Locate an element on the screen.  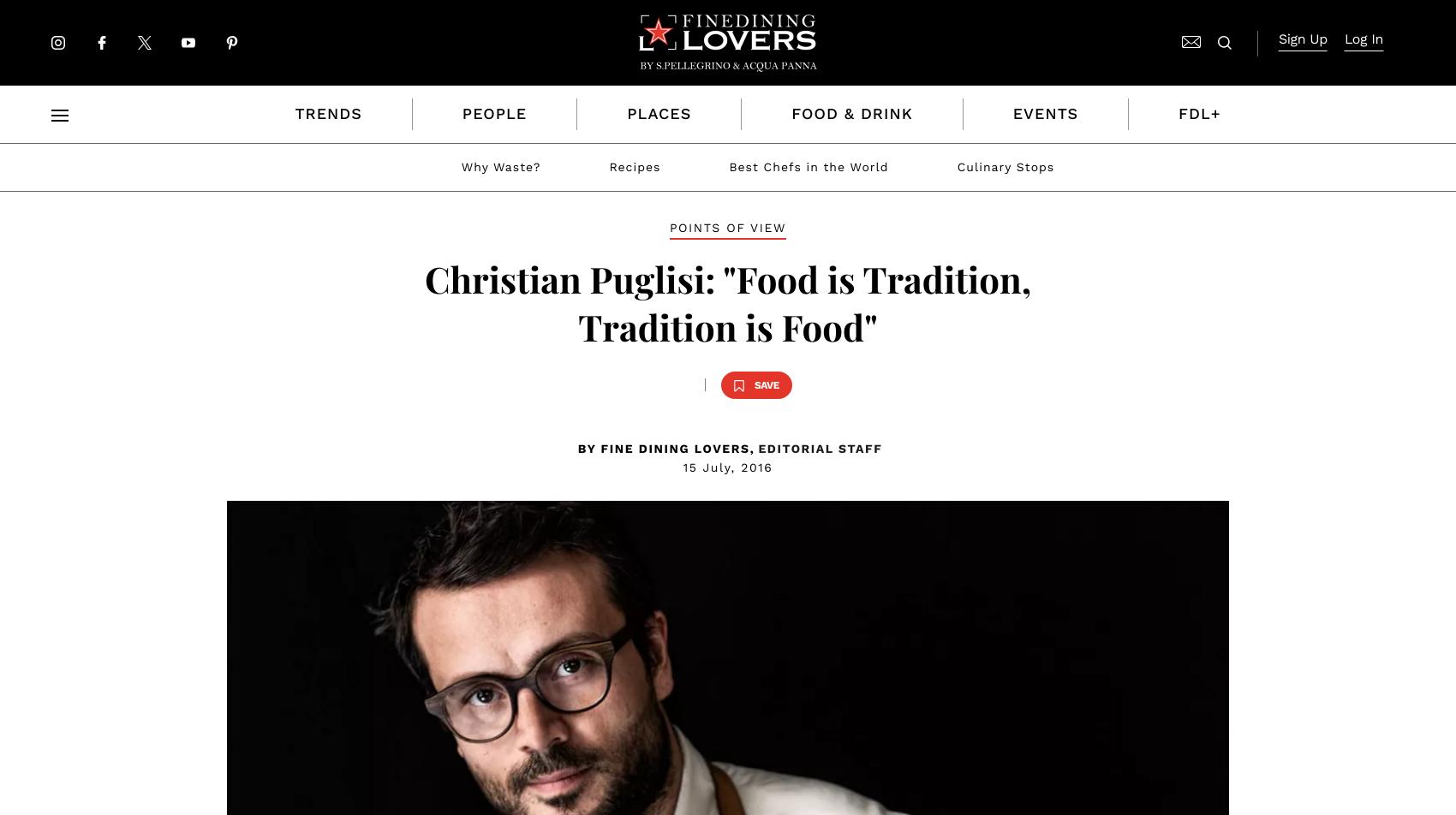
'Christian Puglisi: "Food is Tradition, Tradition is Food"' is located at coordinates (726, 302).